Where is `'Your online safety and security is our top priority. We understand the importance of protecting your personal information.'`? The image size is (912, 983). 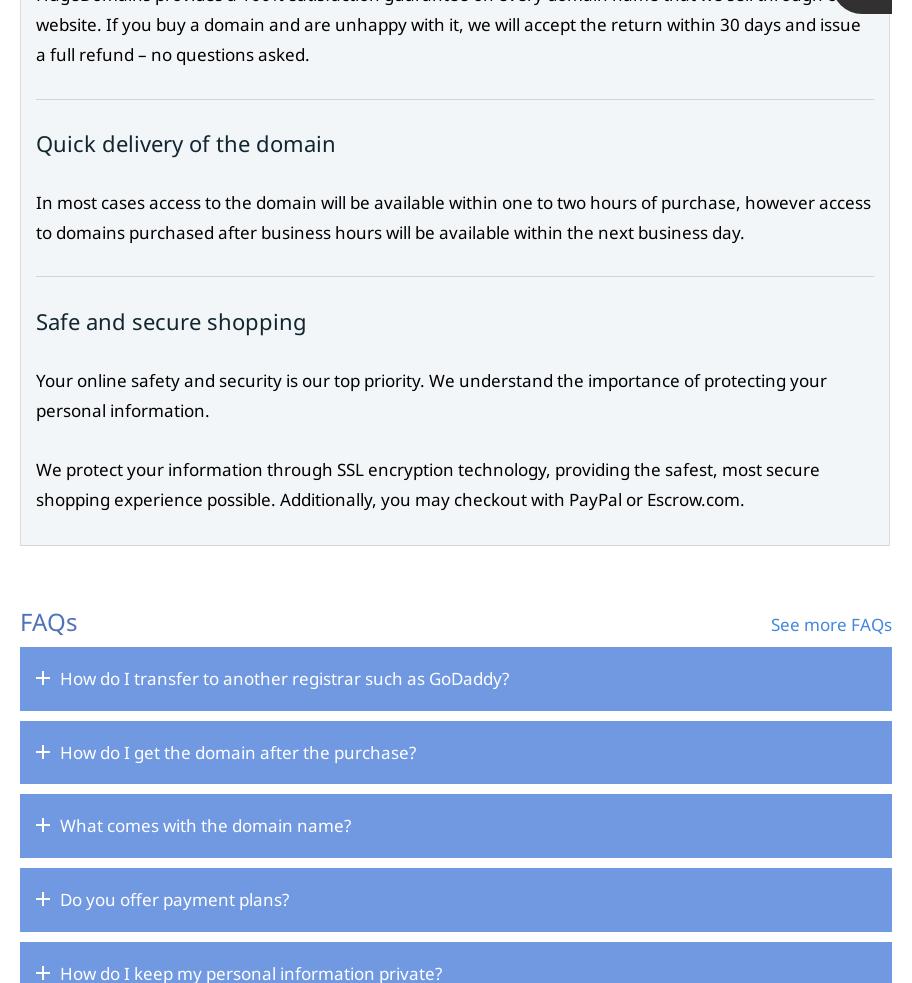 'Your online safety and security is our top priority. We understand the importance of protecting your personal information.' is located at coordinates (430, 393).